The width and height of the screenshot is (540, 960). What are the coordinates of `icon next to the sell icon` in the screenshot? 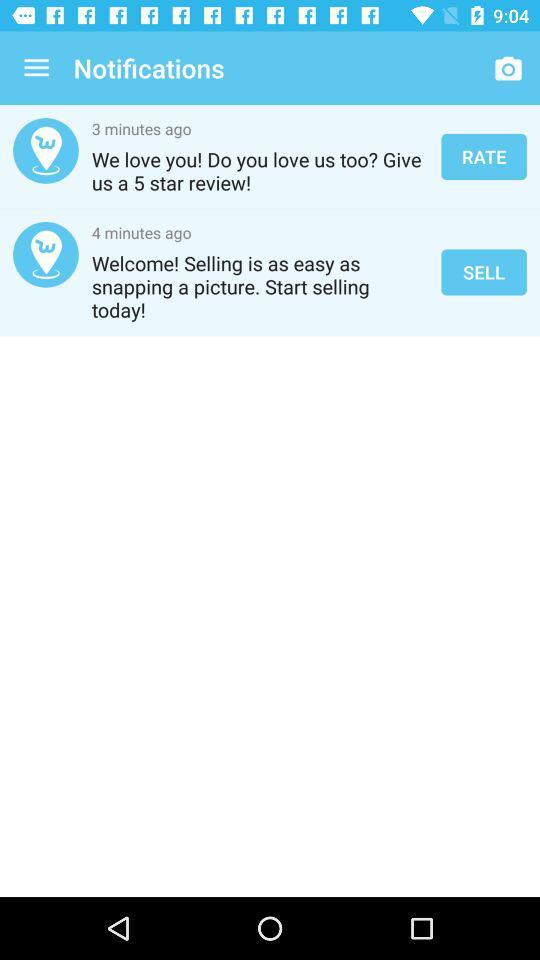 It's located at (260, 285).